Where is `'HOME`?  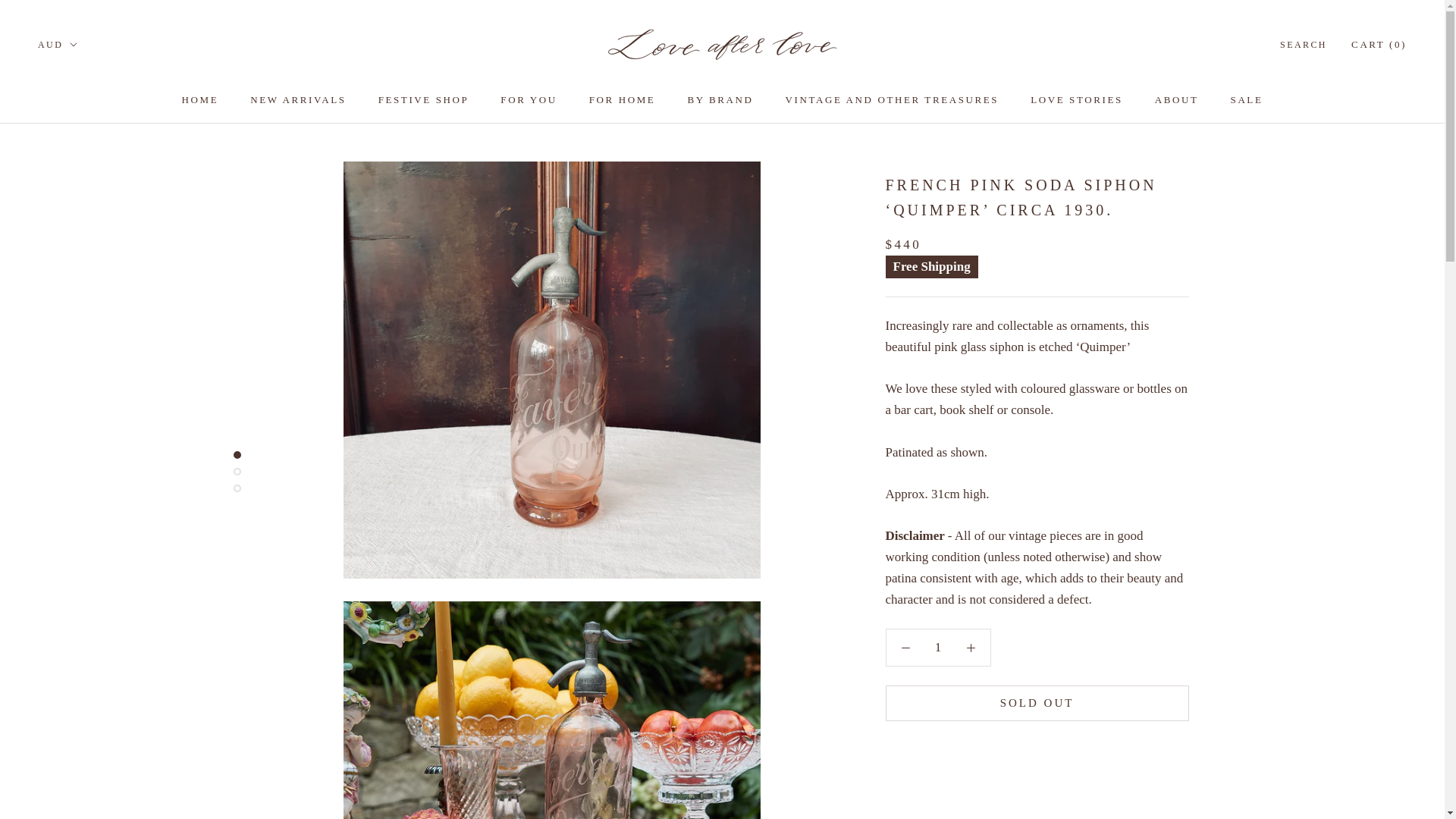
'HOME is located at coordinates (182, 99).